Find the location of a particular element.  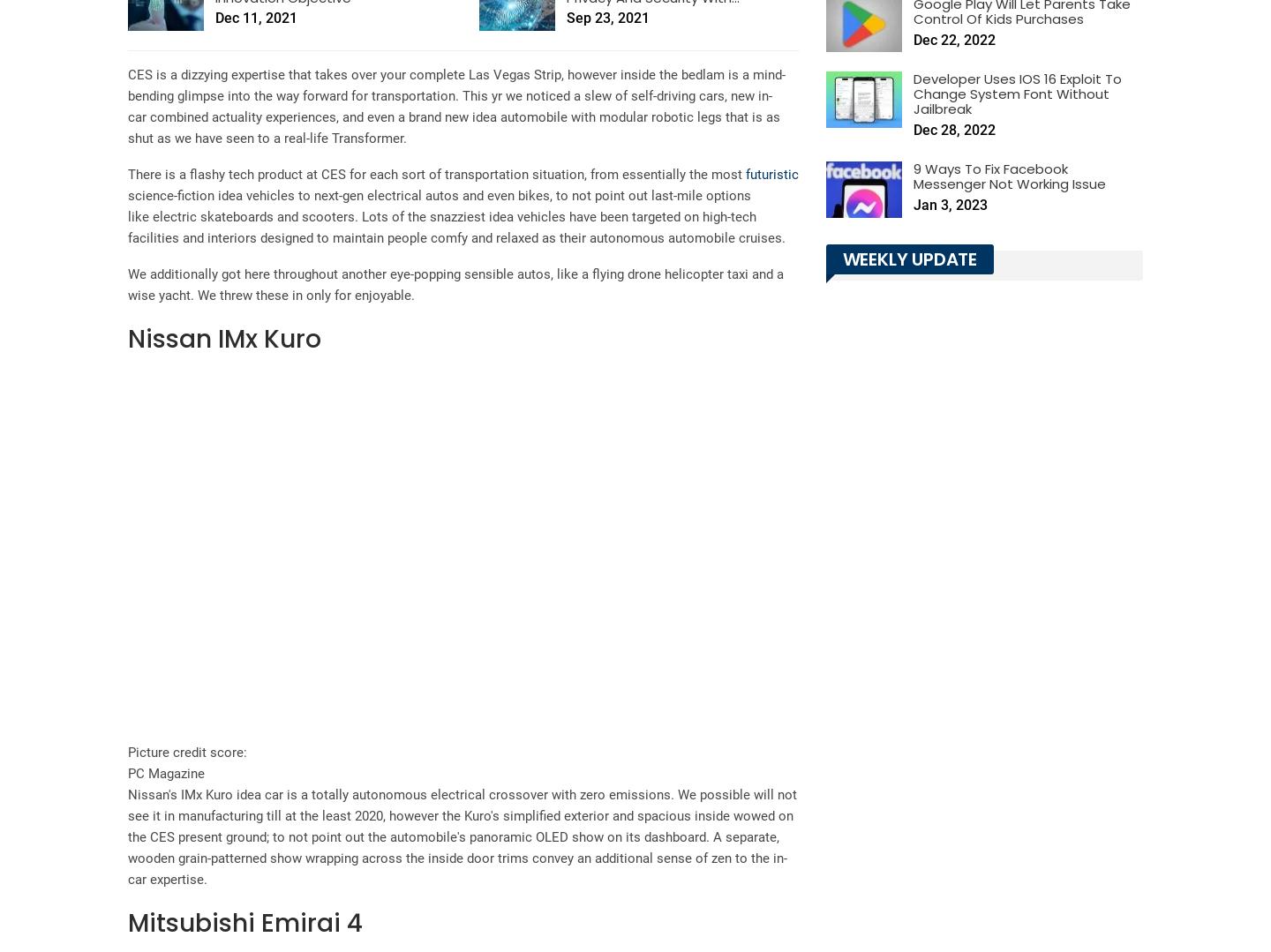

'Weekly Update' is located at coordinates (909, 259).